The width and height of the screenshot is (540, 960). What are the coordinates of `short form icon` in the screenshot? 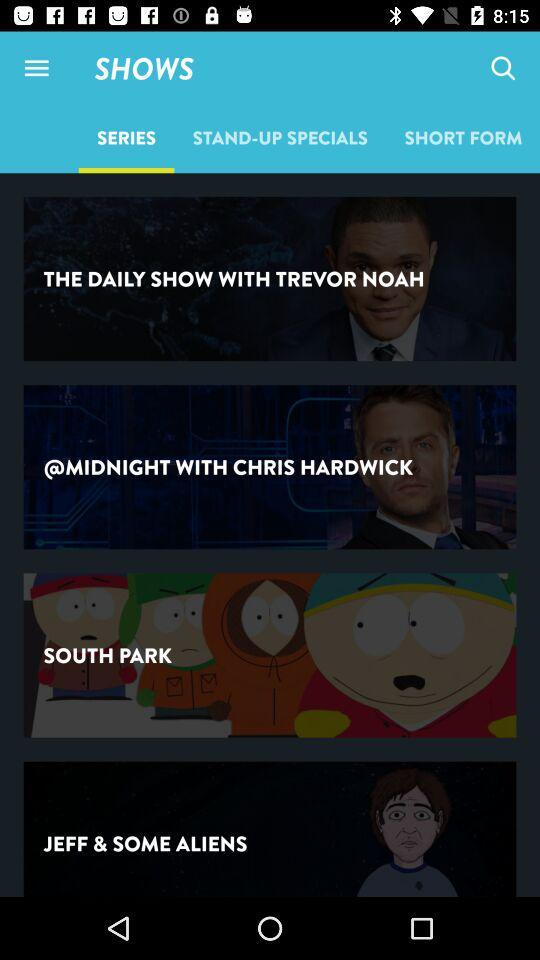 It's located at (463, 136).